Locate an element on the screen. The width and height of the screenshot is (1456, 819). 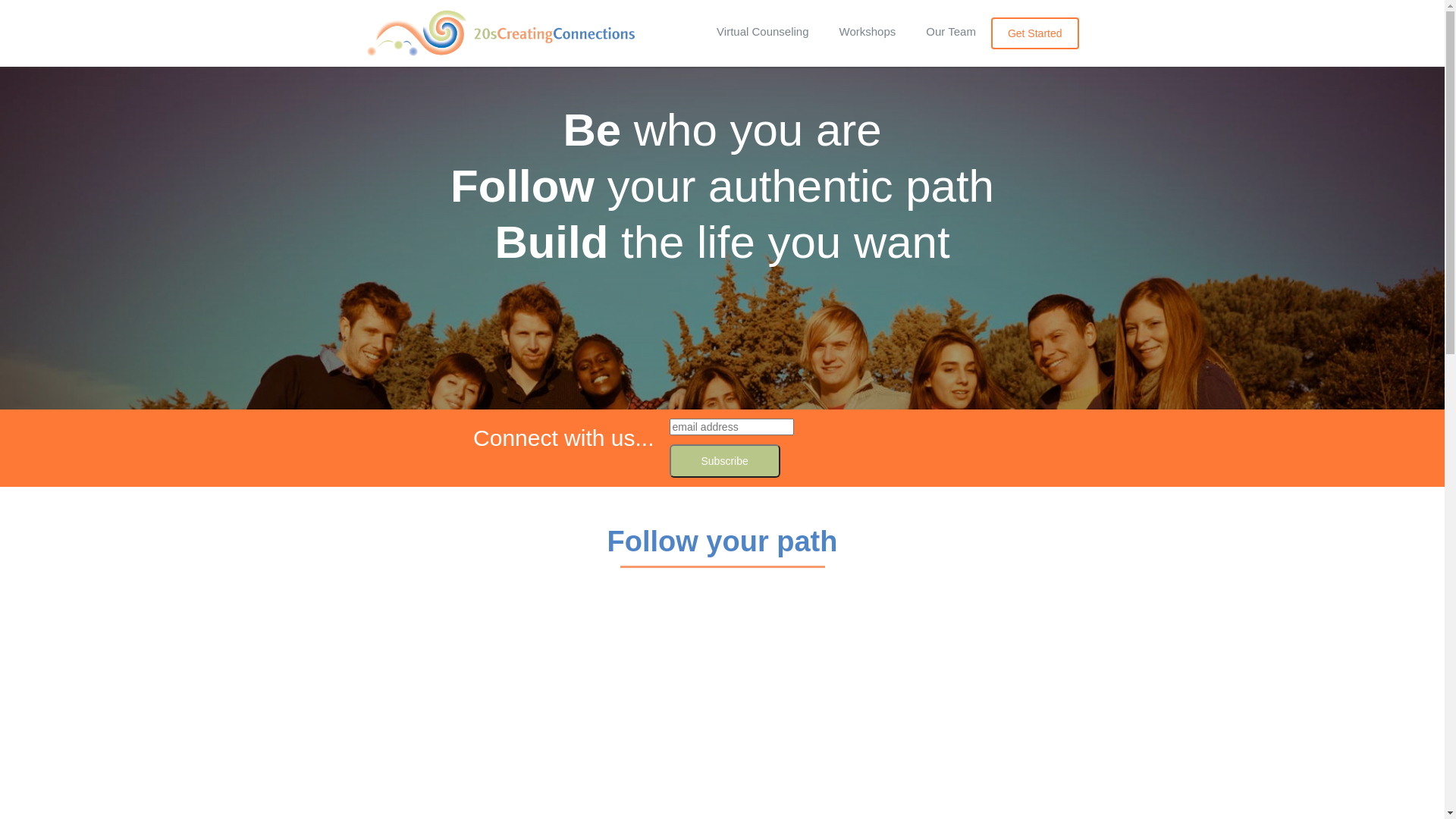
'Get Started' is located at coordinates (990, 33).